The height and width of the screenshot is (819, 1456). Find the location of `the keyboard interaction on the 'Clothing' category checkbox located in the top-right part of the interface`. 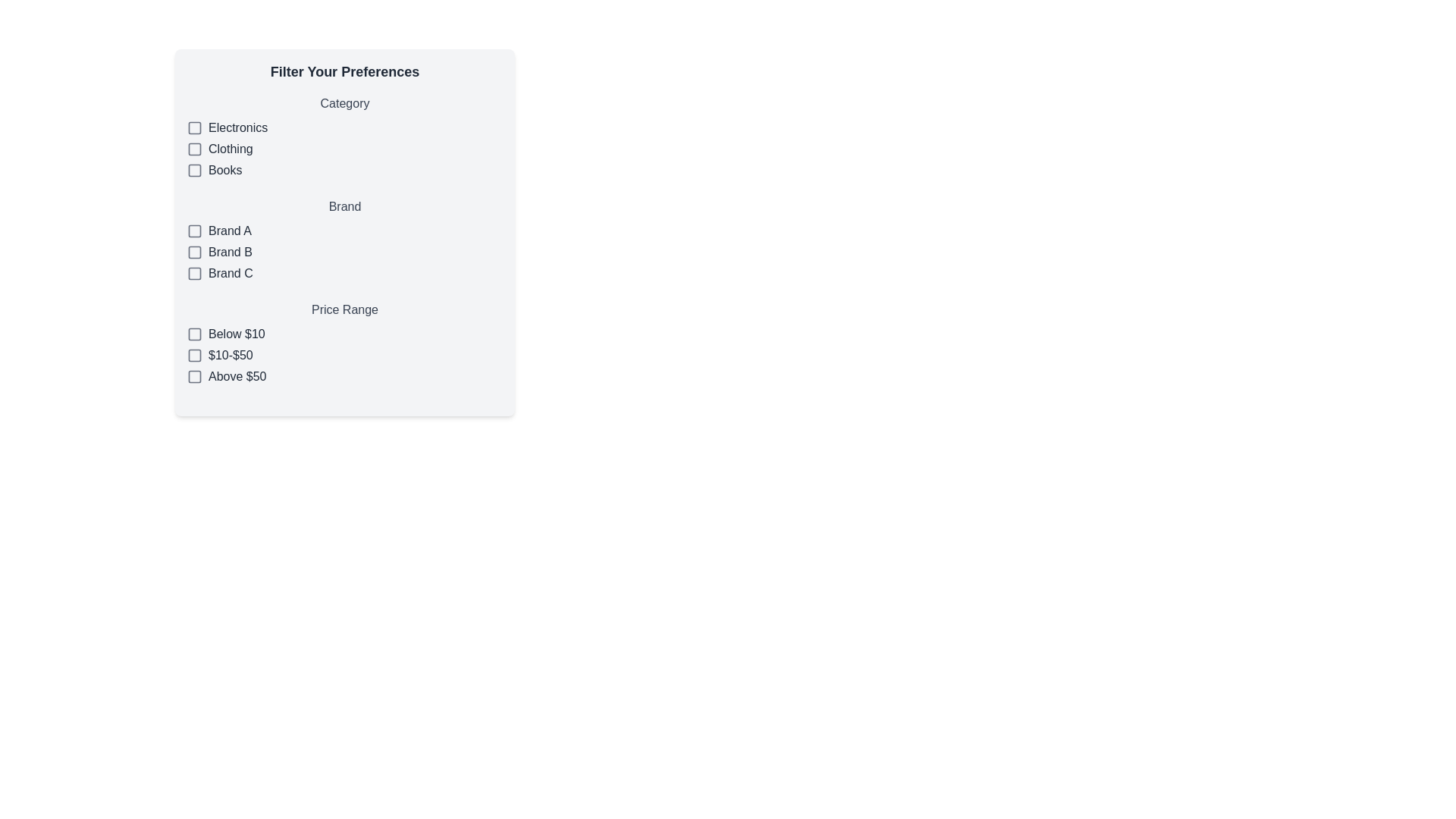

the keyboard interaction on the 'Clothing' category checkbox located in the top-right part of the interface is located at coordinates (194, 149).